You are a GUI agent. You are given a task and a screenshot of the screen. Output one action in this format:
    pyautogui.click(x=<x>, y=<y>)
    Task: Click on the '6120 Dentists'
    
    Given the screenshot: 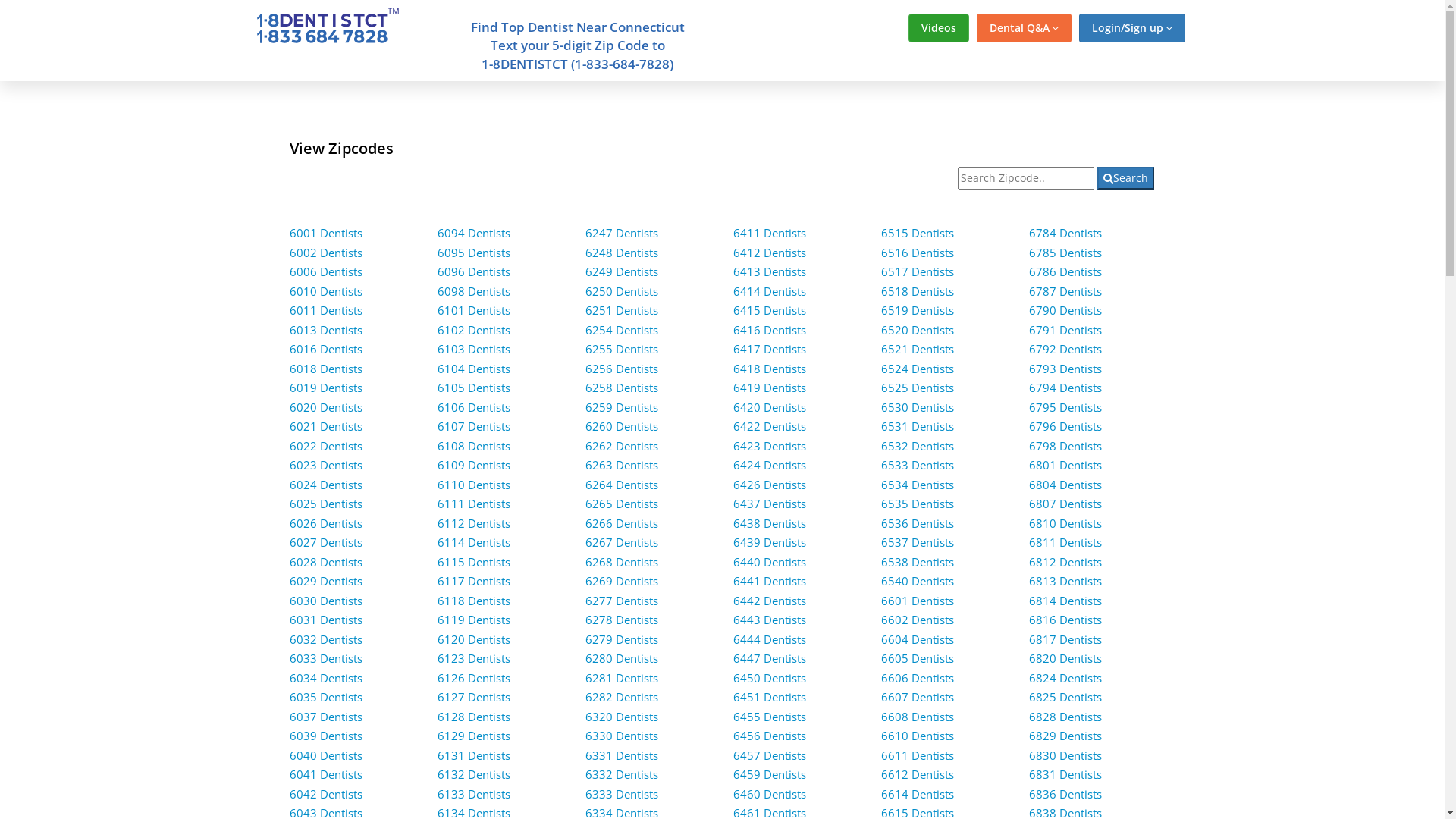 What is the action you would take?
    pyautogui.click(x=472, y=639)
    